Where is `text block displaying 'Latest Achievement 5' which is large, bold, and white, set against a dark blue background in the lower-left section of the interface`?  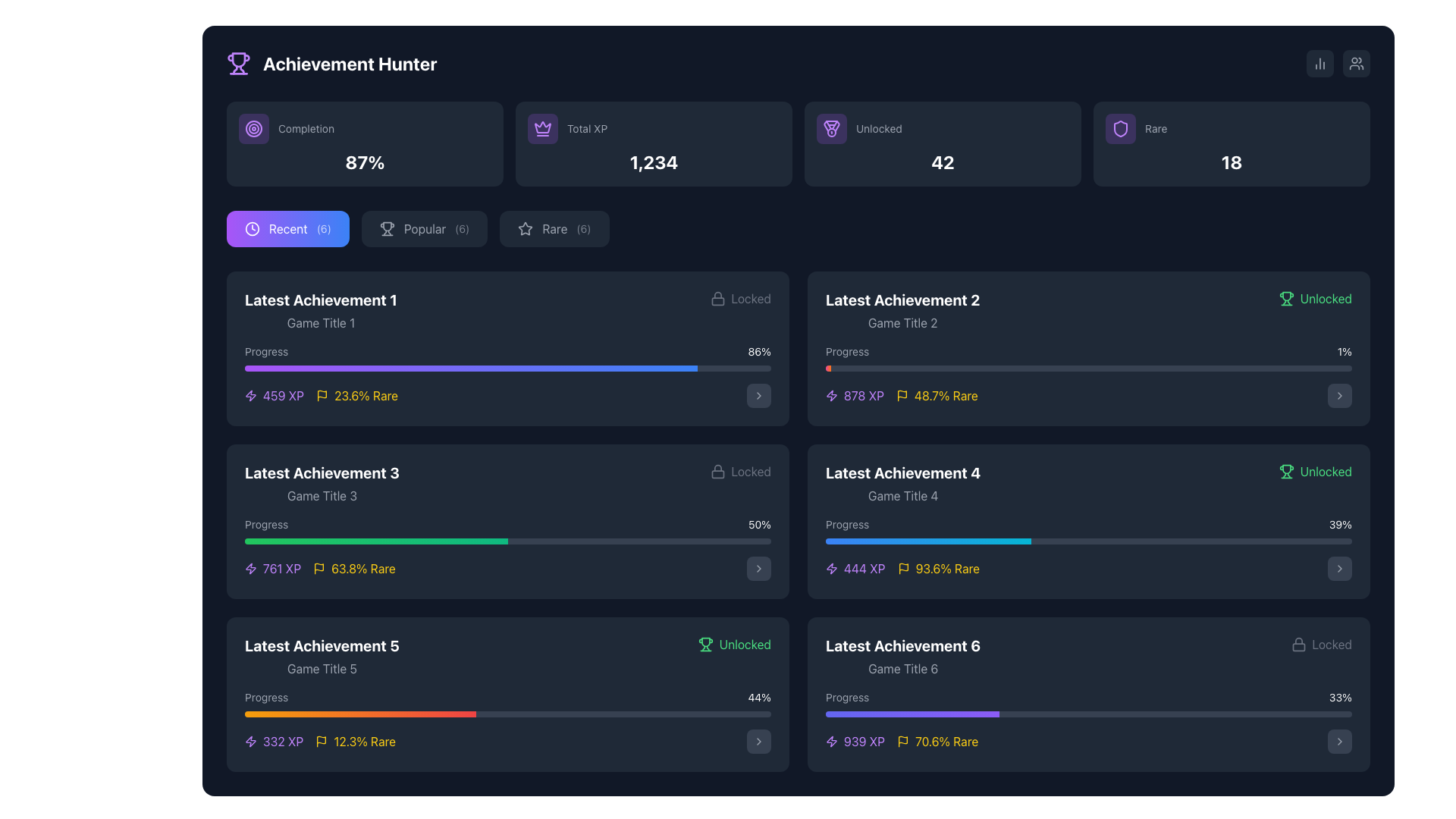 text block displaying 'Latest Achievement 5' which is large, bold, and white, set against a dark blue background in the lower-left section of the interface is located at coordinates (321, 646).